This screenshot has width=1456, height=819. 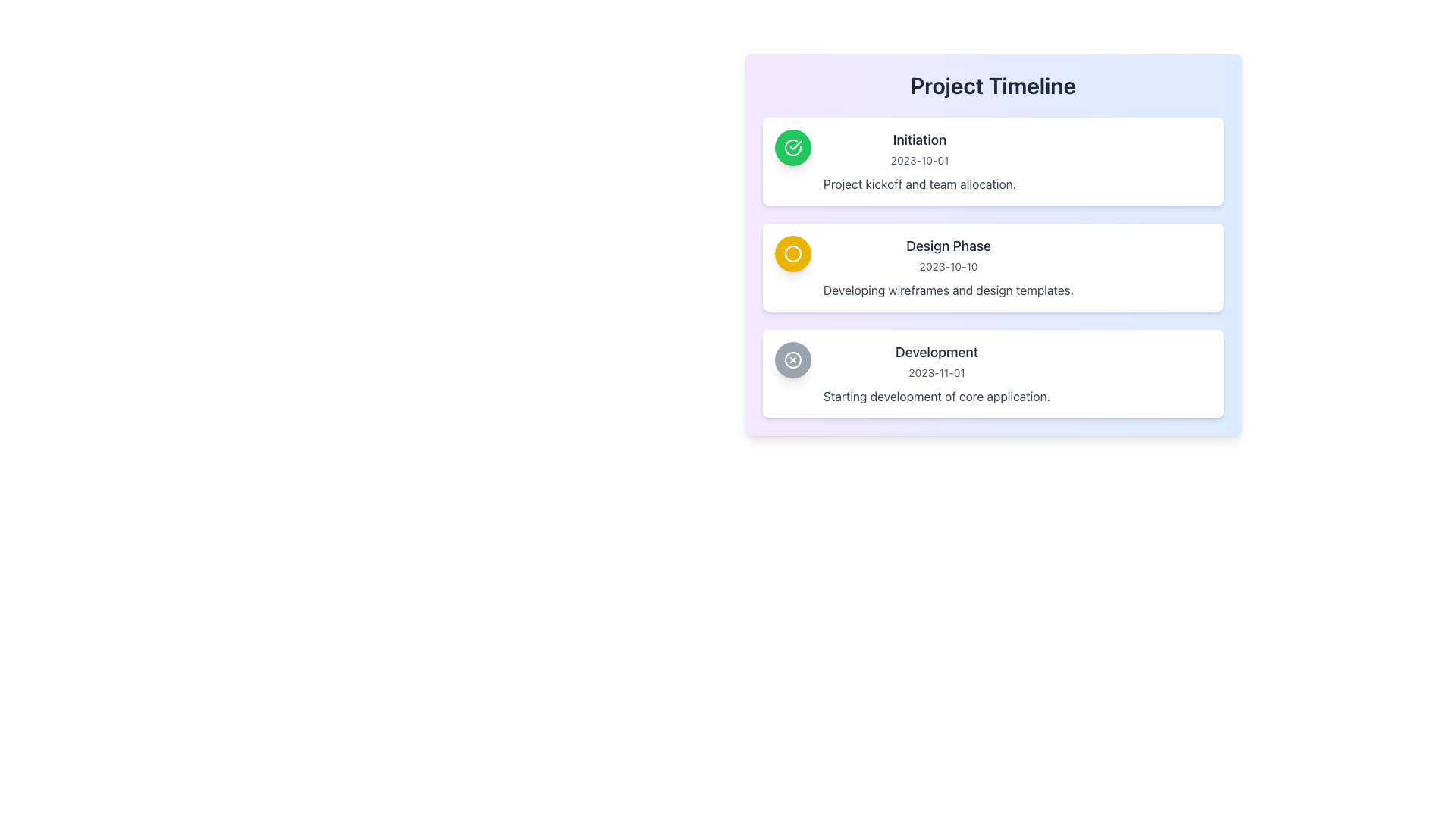 I want to click on the text label displaying the date '2023-10-10' in a small, gray font, which is located below the title 'Design Phase' on the card, so click(x=948, y=265).